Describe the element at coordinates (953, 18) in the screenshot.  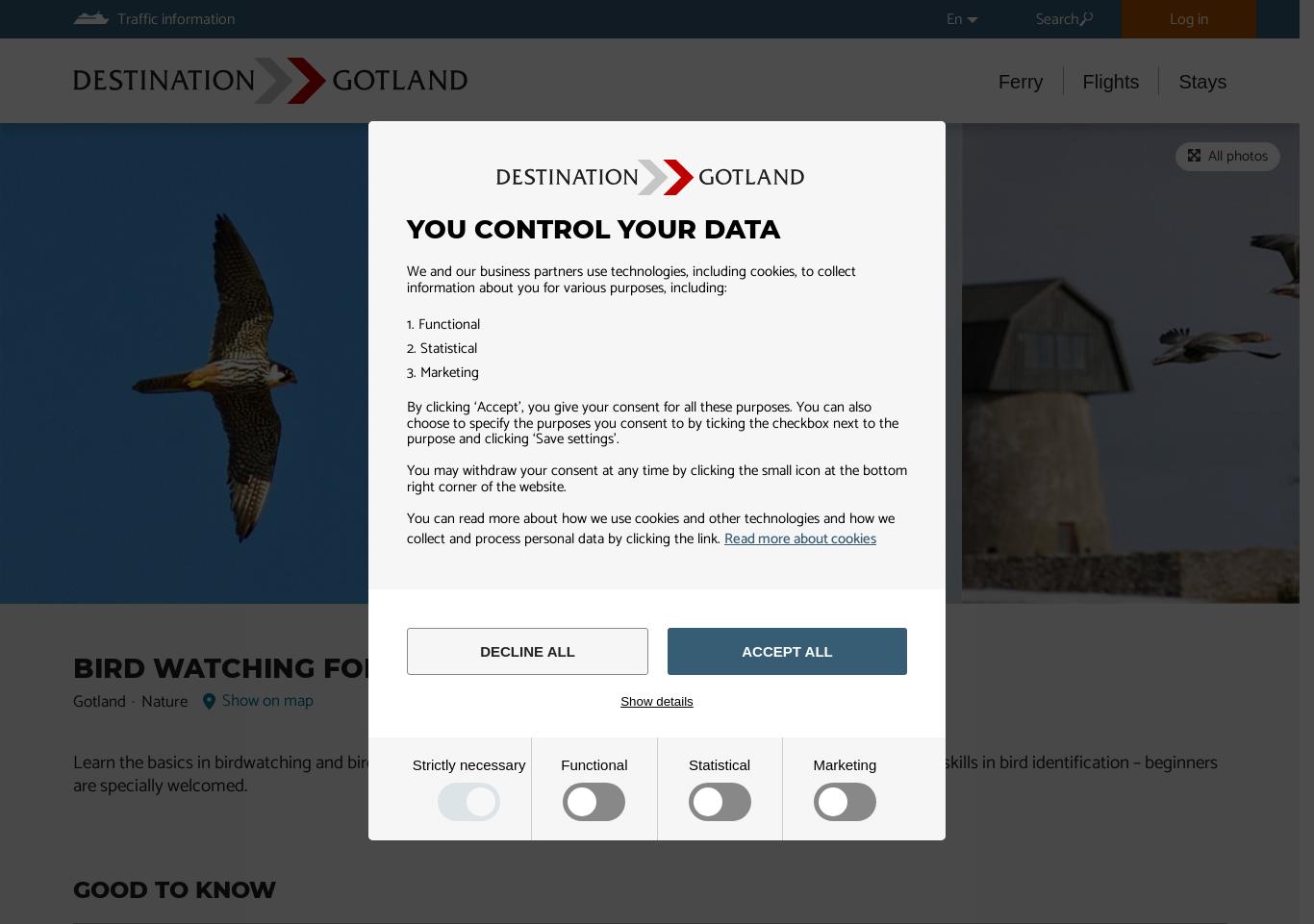
I see `'en'` at that location.